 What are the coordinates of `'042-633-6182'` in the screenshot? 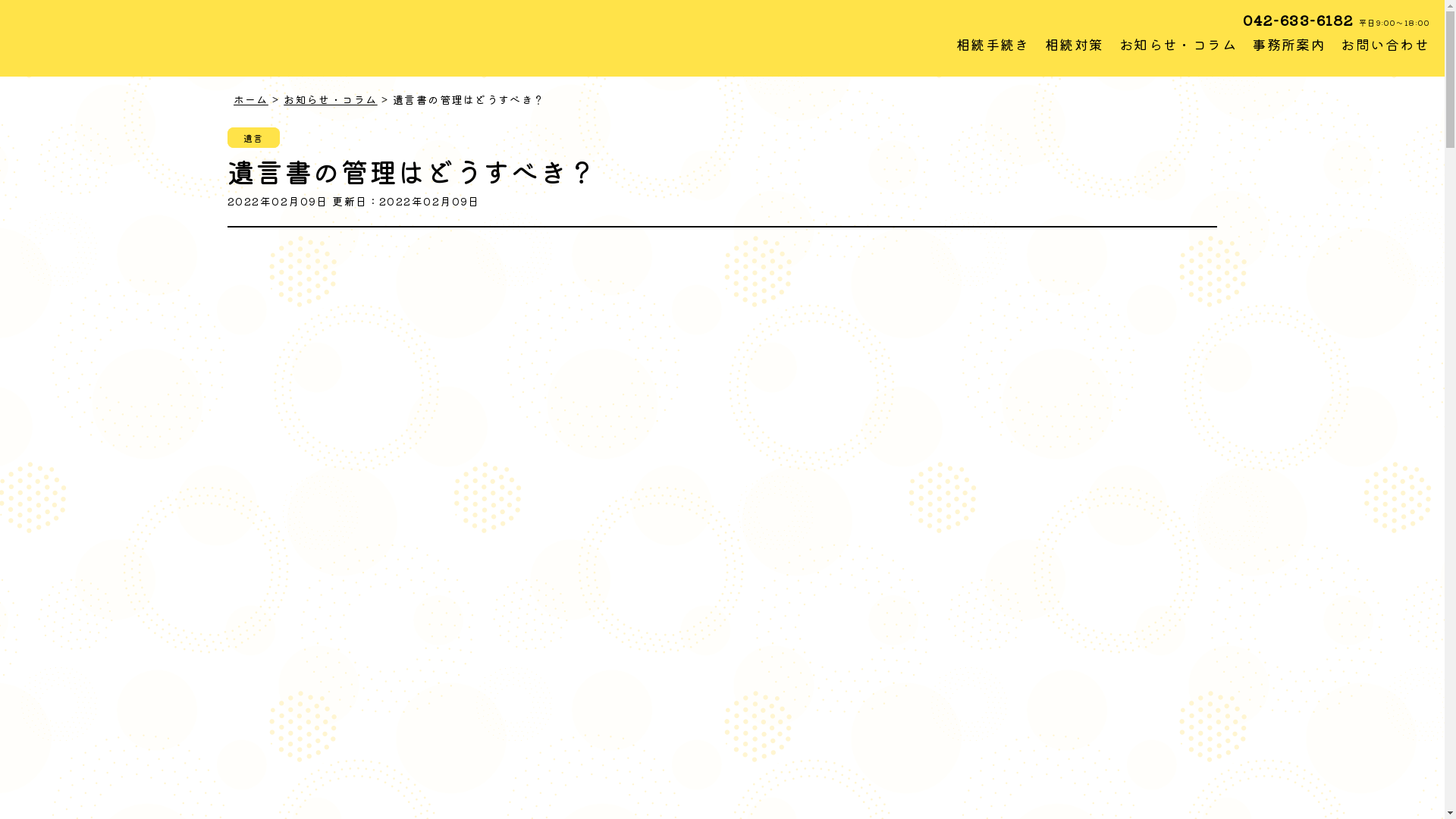 It's located at (1298, 20).